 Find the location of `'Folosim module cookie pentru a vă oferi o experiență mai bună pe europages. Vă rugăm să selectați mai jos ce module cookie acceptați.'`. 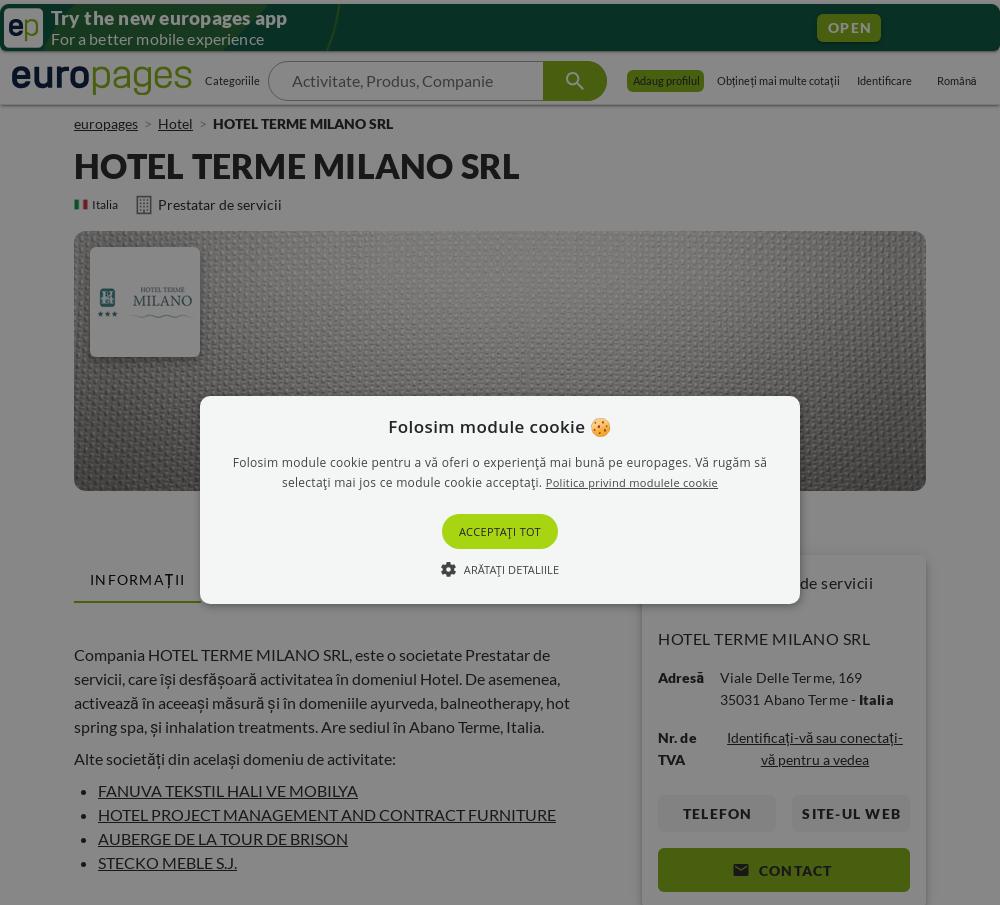

'Folosim module cookie pentru a vă oferi o experiență mai bună pe europages. Vă rugăm să selectați mai jos ce module cookie acceptați.' is located at coordinates (498, 472).